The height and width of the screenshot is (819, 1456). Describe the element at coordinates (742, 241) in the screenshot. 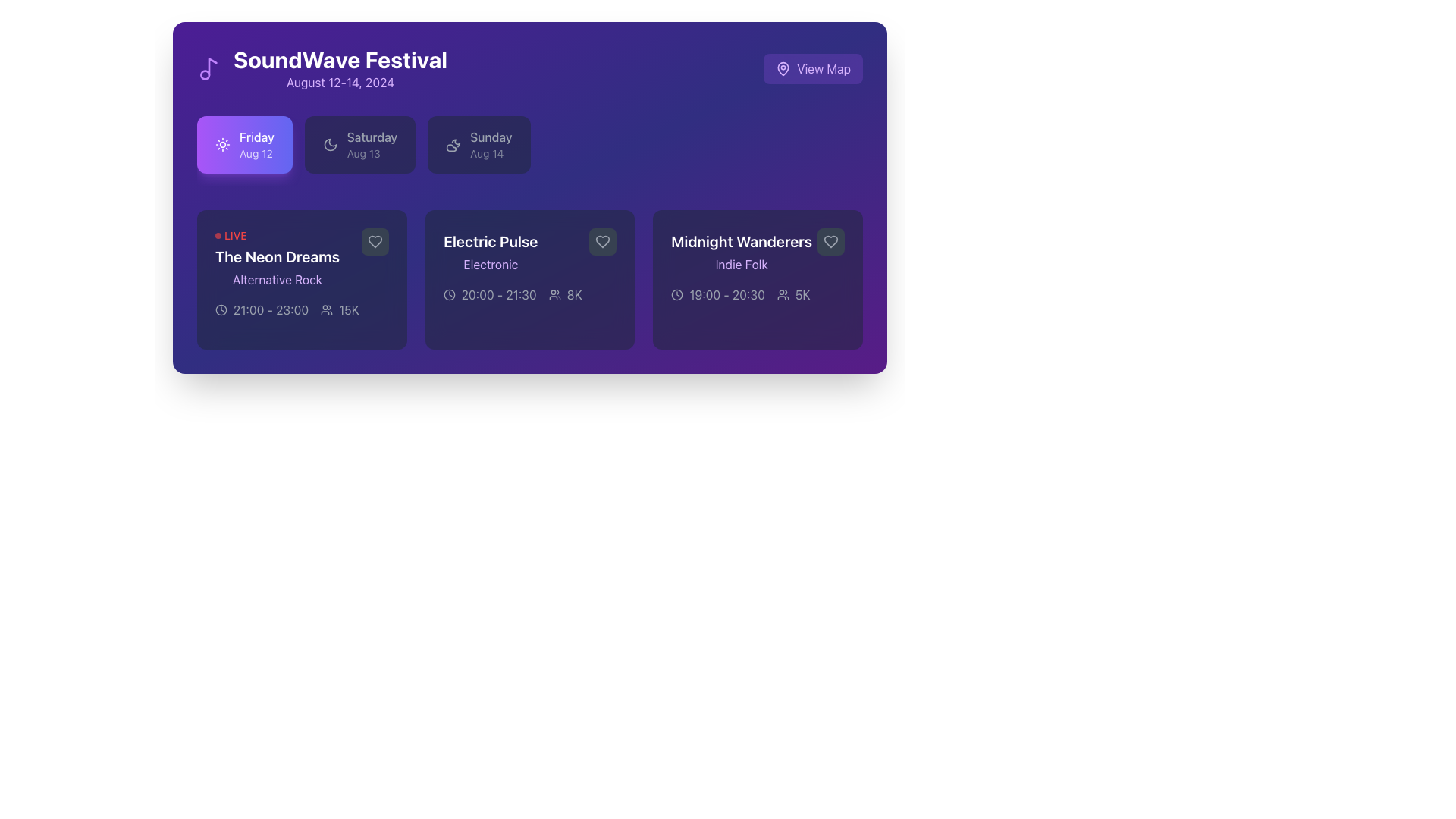

I see `text content of the Text Label or Header displaying 'Midnight Wanderers', which serves as an identifier for the section` at that location.